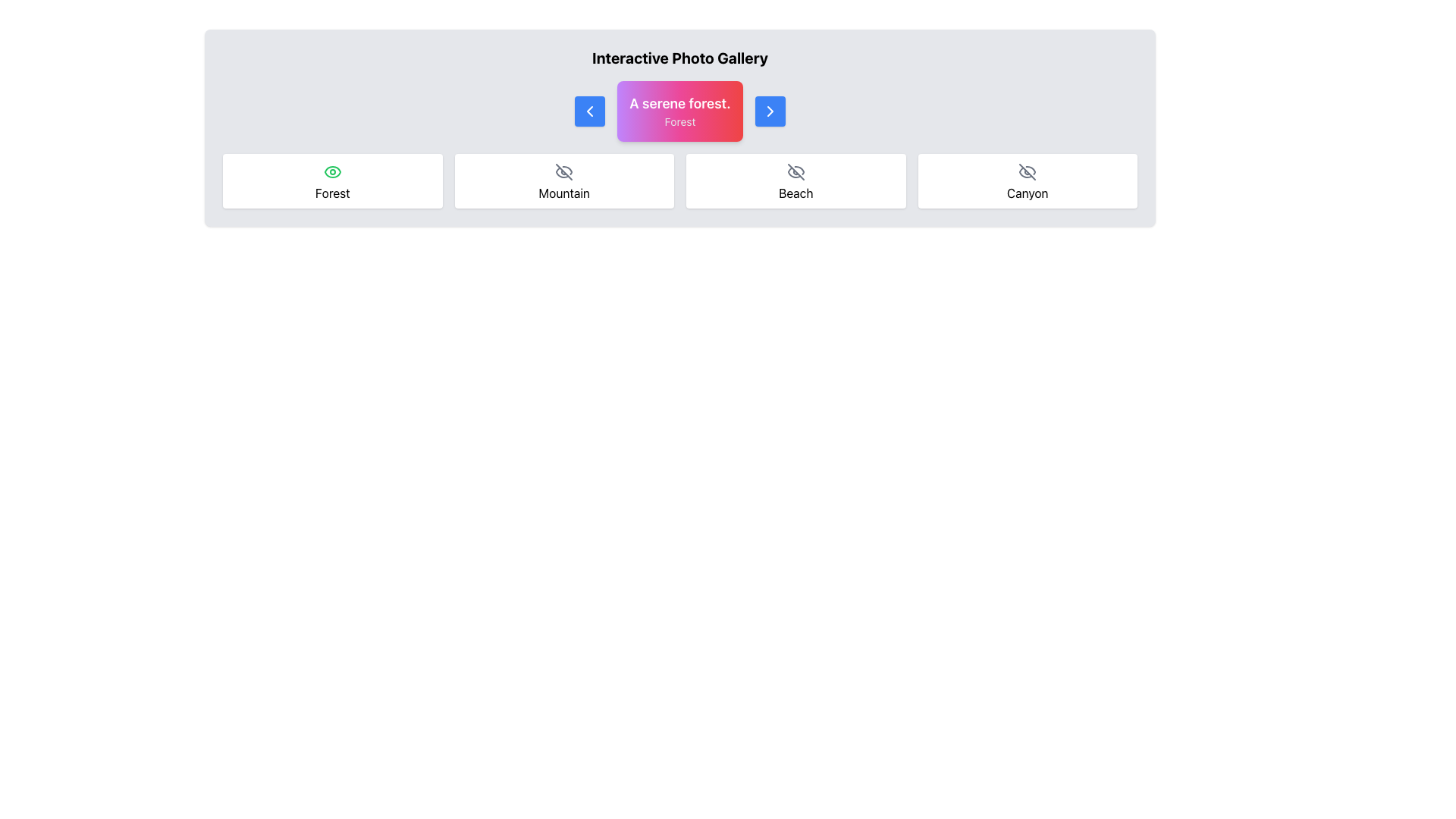 The width and height of the screenshot is (1456, 819). I want to click on the small blue button with a white chevron pointing to the right, located to the right of the 'A serene forest.' content block, so click(770, 110).